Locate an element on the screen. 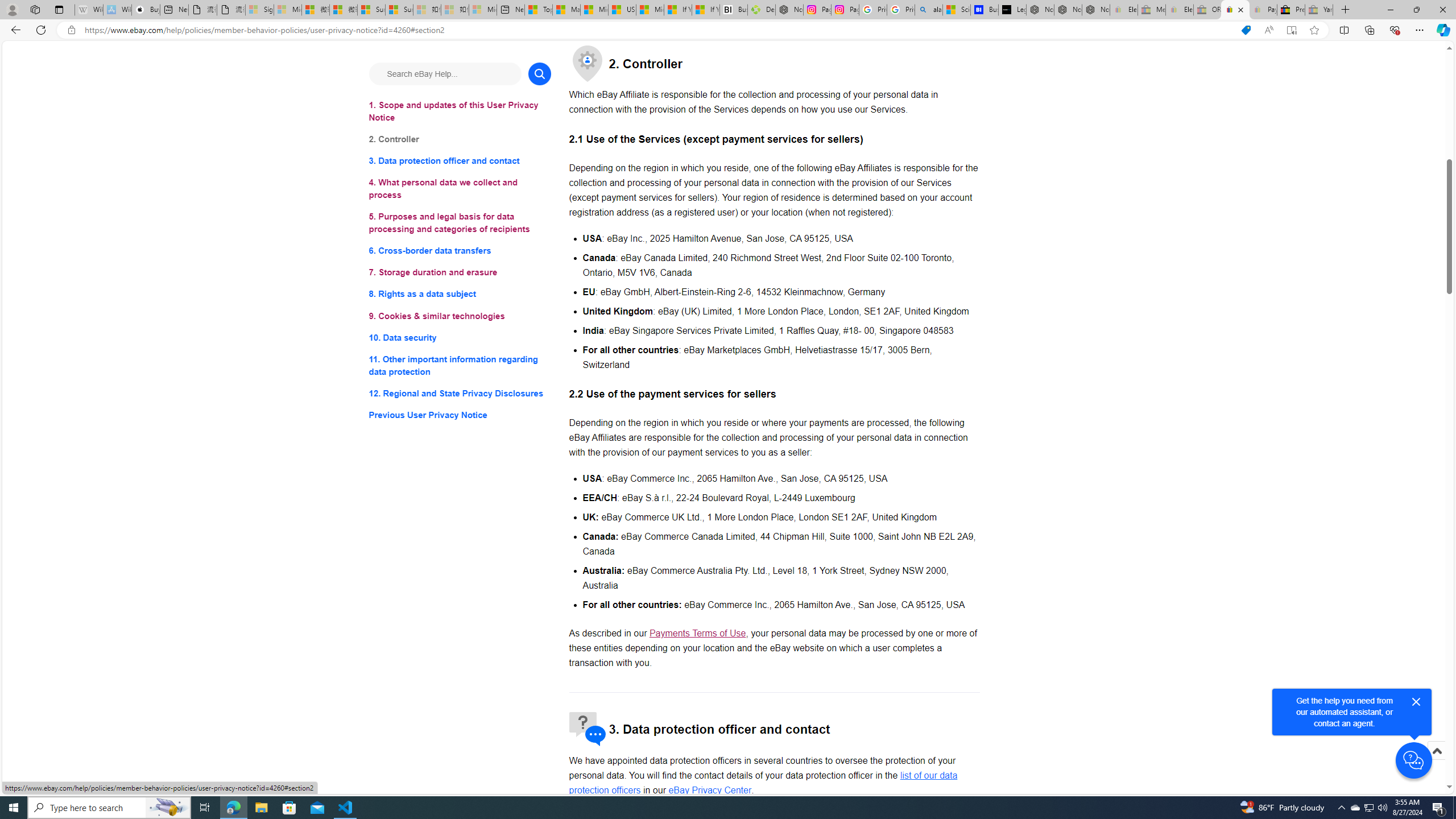 Image resolution: width=1456 pixels, height=819 pixels. 'Scroll to top' is located at coordinates (1436, 762).